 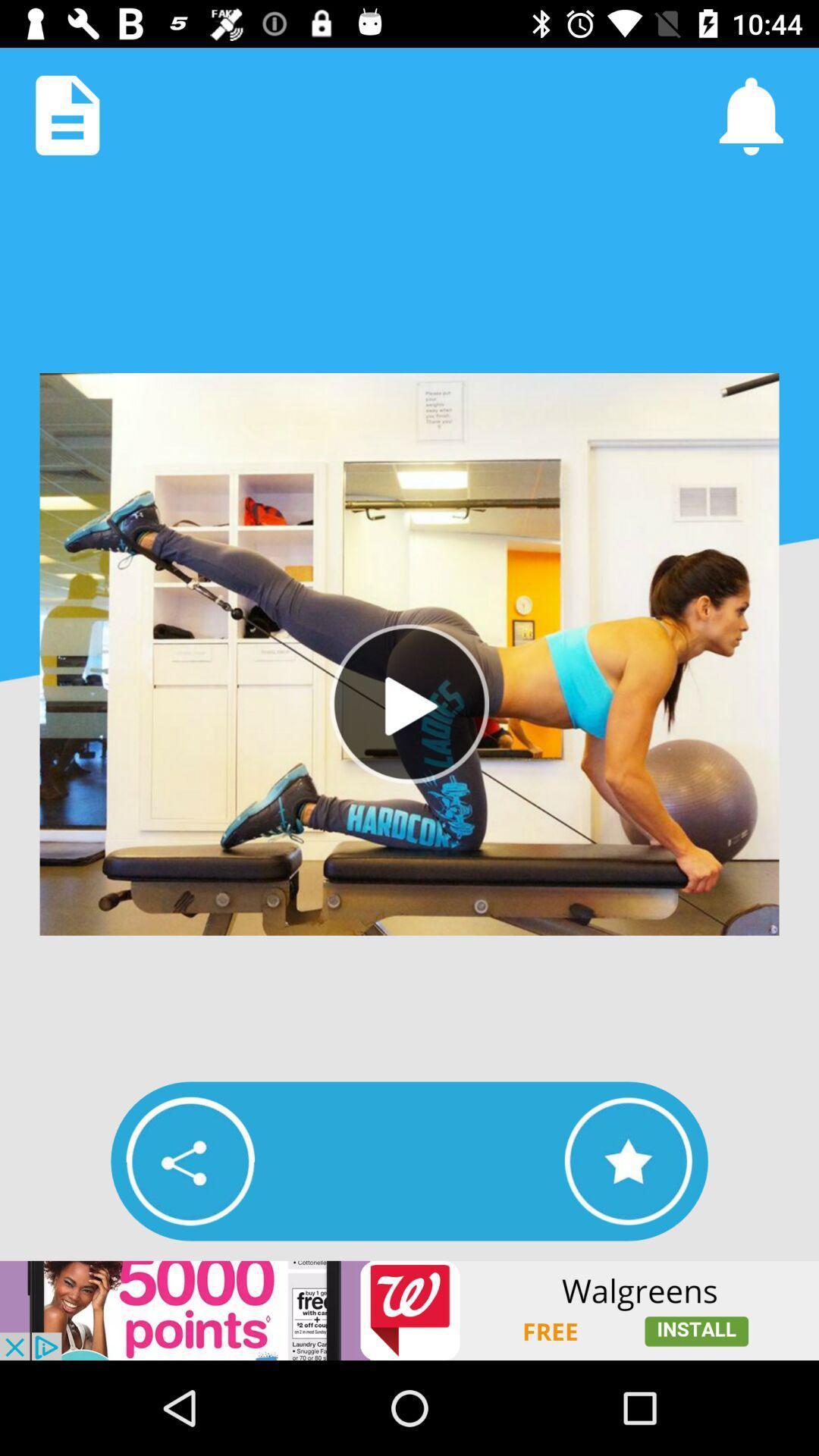 I want to click on get notifications, so click(x=751, y=115).